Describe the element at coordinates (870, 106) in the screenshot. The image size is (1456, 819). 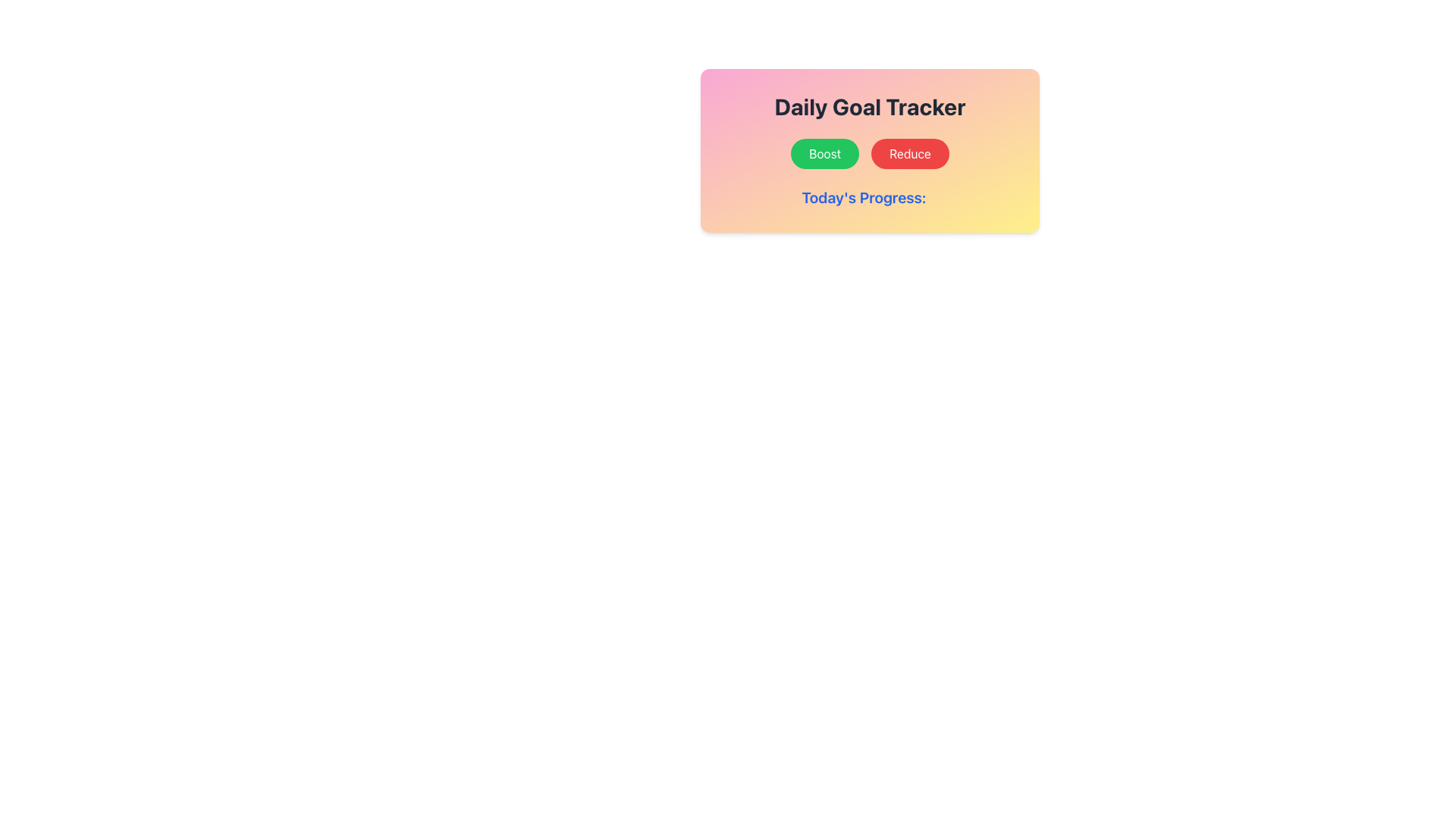
I see `the text label or header that serves as the title for the section, positioned above the 'Boost' and 'Reduce' buttons and the 'Today's Progress' label` at that location.